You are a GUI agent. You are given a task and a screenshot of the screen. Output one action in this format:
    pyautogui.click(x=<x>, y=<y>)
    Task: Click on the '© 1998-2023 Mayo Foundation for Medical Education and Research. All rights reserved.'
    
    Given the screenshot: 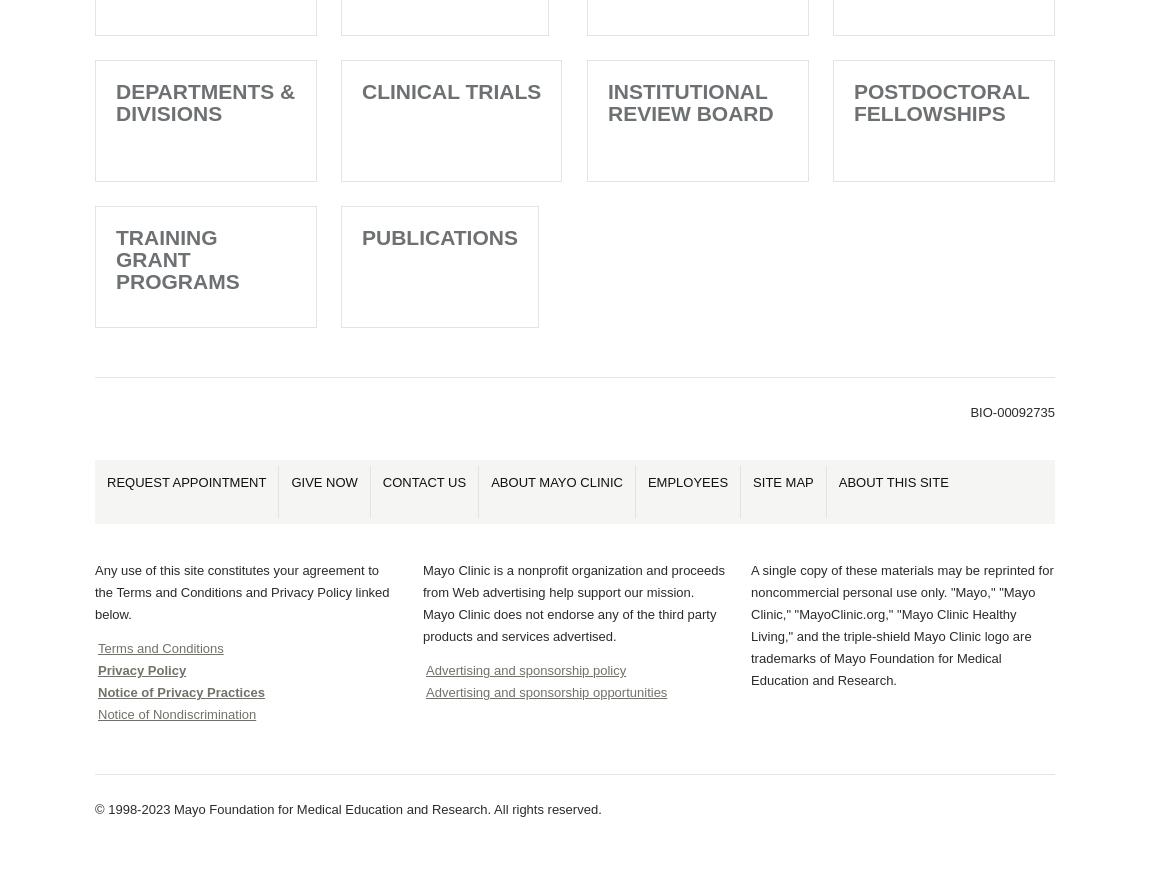 What is the action you would take?
    pyautogui.click(x=347, y=809)
    